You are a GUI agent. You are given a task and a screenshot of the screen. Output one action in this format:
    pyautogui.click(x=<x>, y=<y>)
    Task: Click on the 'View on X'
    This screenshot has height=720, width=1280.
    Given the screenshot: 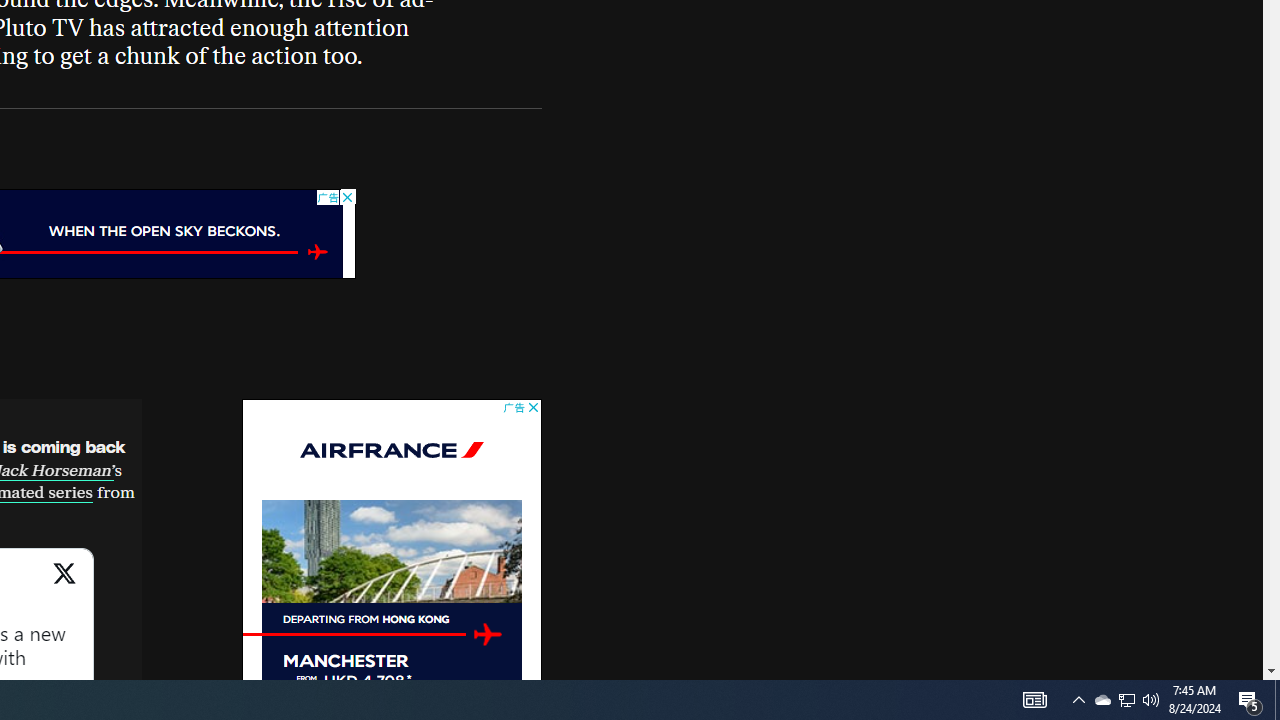 What is the action you would take?
    pyautogui.click(x=64, y=584)
    